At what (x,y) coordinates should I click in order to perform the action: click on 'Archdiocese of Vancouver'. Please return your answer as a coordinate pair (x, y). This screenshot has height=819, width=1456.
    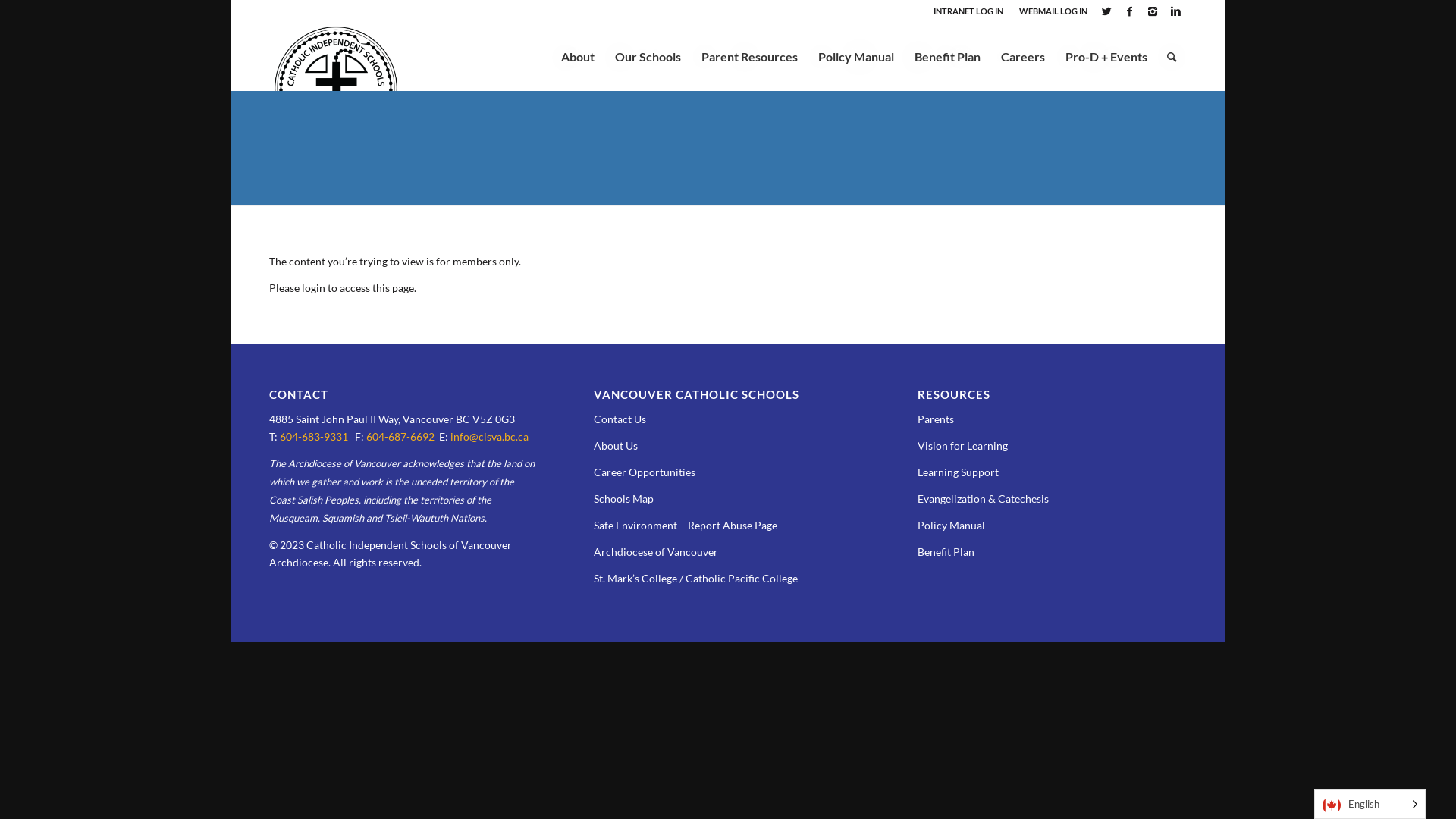
    Looking at the image, I should click on (592, 551).